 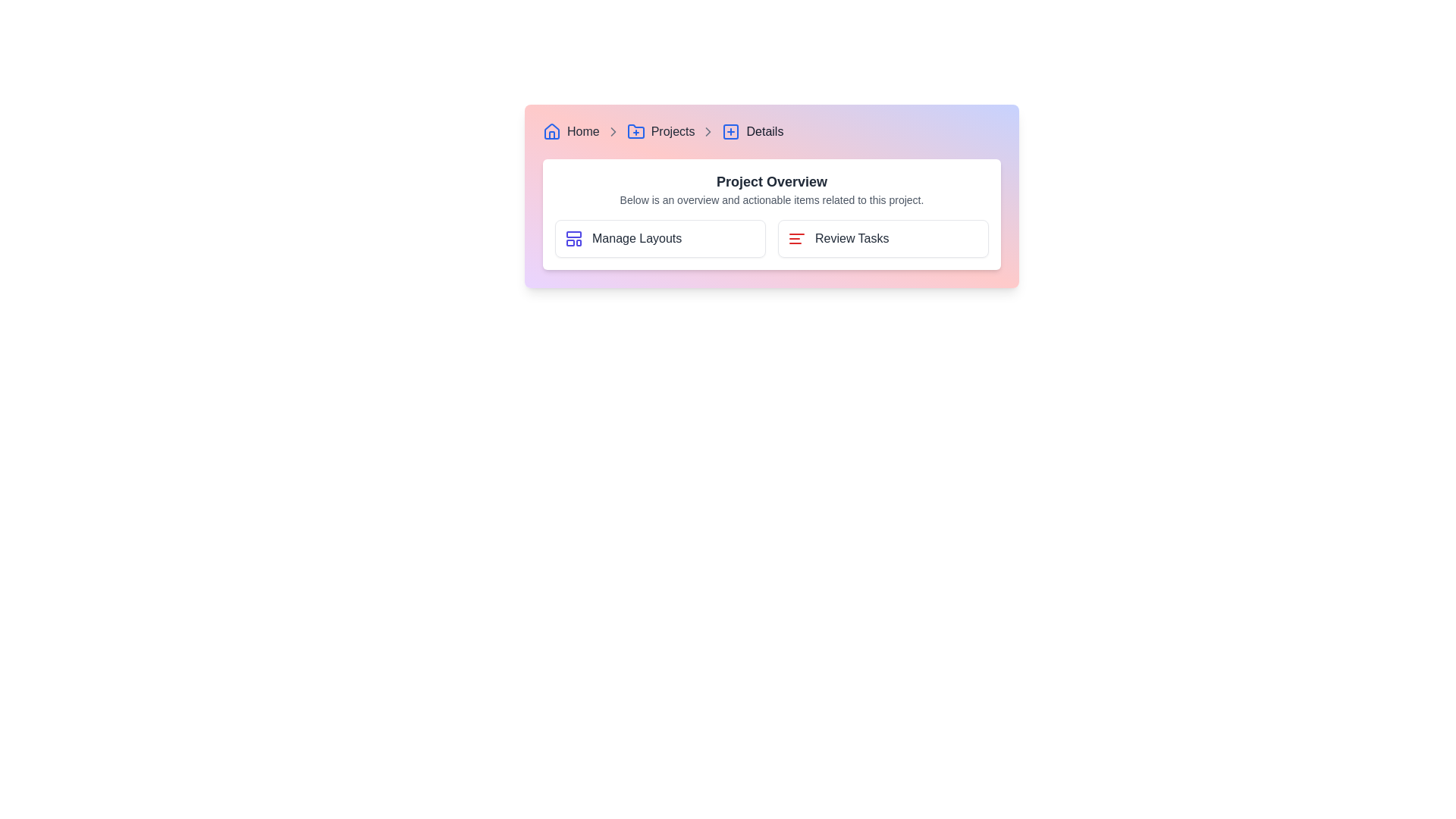 What do you see at coordinates (613, 130) in the screenshot?
I see `the first chevron icon in the breadcrumb navigation bar, which separates 'Home' and 'Projects'` at bounding box center [613, 130].